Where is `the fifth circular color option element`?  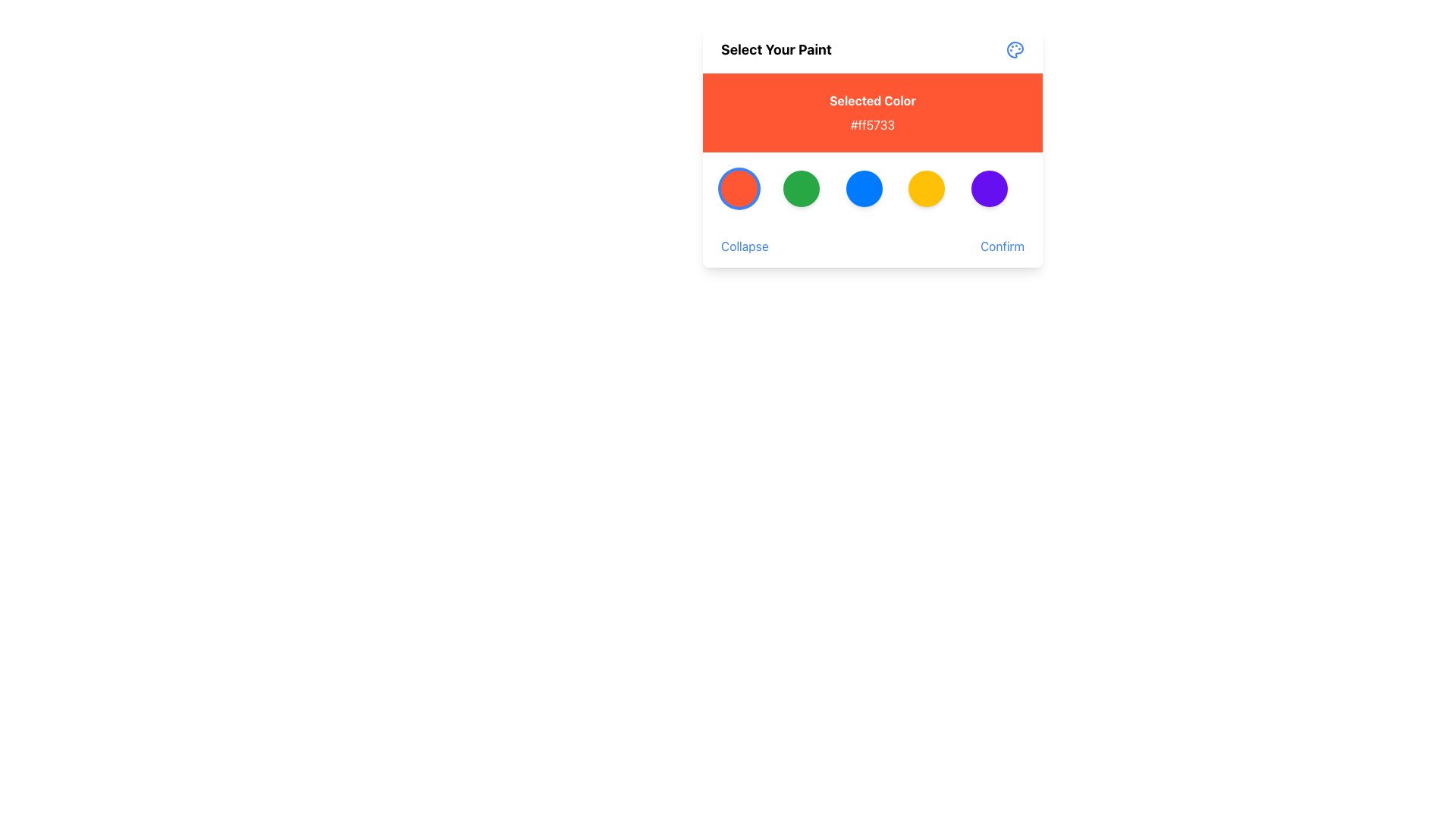
the fifth circular color option element is located at coordinates (989, 188).